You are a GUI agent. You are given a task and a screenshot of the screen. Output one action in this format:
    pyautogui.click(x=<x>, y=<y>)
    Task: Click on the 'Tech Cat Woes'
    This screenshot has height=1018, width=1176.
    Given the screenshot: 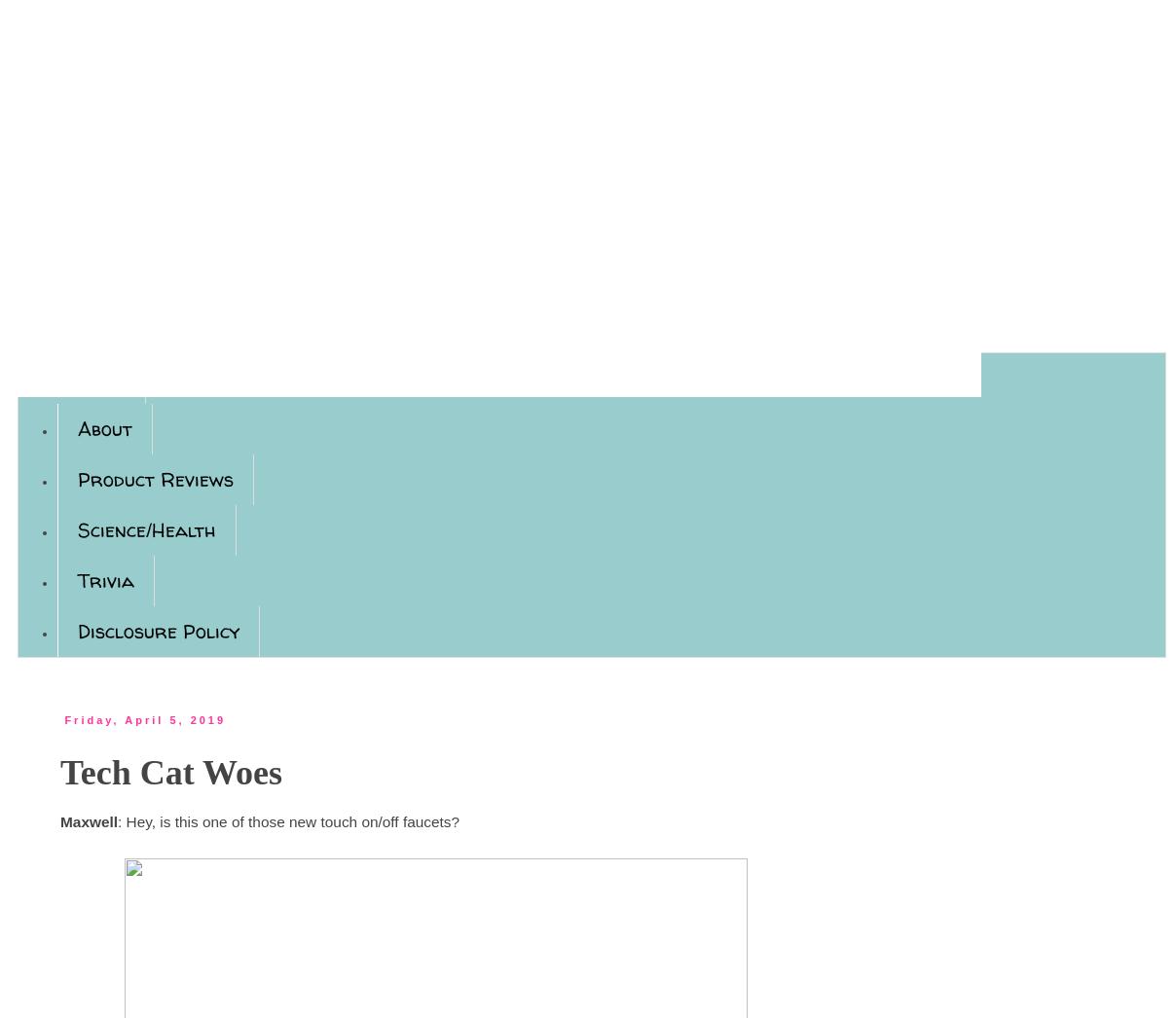 What is the action you would take?
    pyautogui.click(x=171, y=773)
    